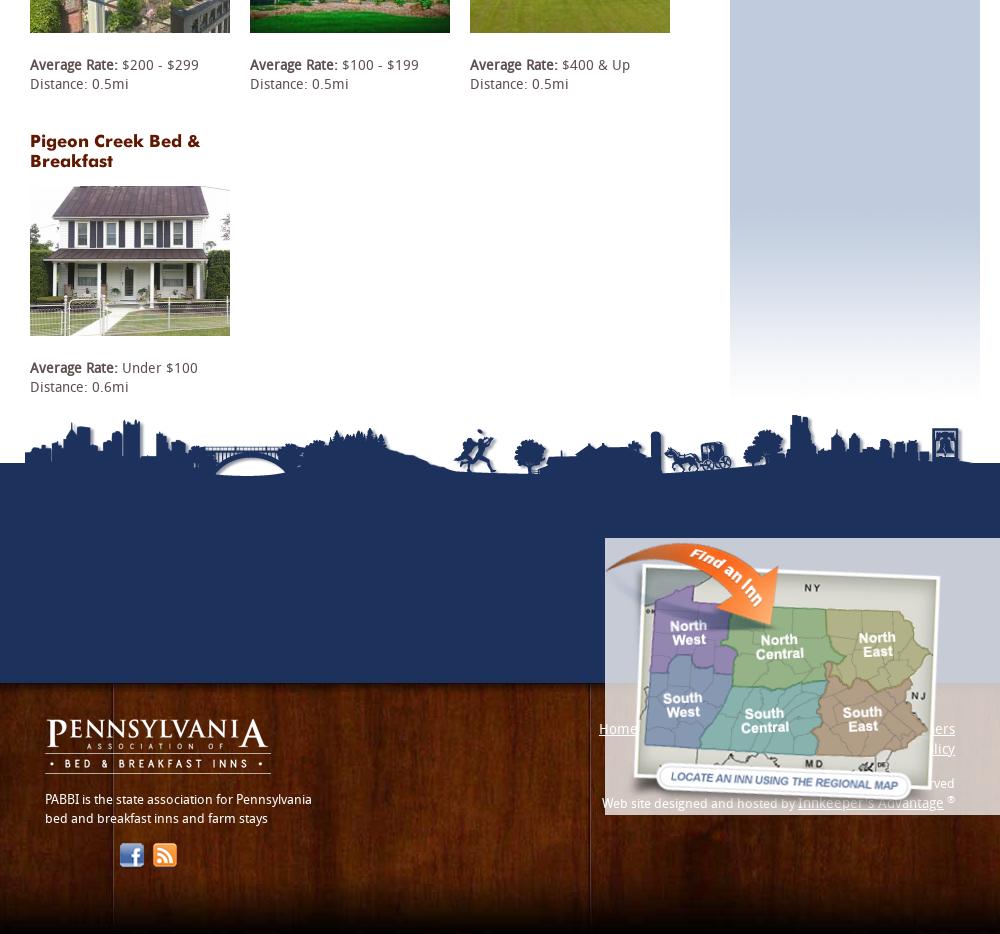 The width and height of the screenshot is (1000, 934). Describe the element at coordinates (194, 798) in the screenshot. I see `'is the state association for Pennsylvania'` at that location.